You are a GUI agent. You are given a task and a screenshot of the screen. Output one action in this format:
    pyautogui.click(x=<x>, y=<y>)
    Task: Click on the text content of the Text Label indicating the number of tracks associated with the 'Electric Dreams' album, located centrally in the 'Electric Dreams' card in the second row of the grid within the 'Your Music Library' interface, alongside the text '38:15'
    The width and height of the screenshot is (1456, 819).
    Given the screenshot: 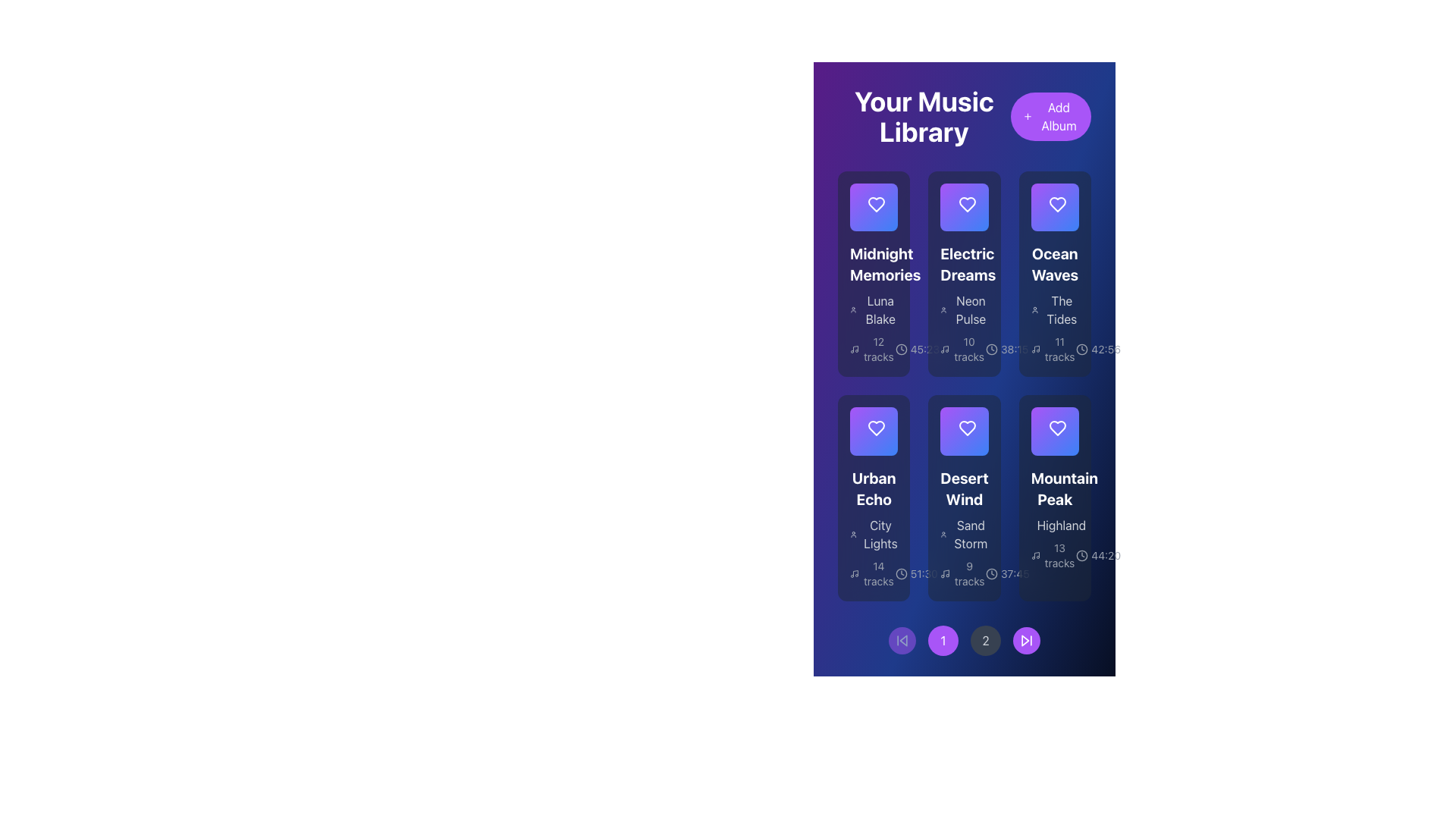 What is the action you would take?
    pyautogui.click(x=962, y=350)
    